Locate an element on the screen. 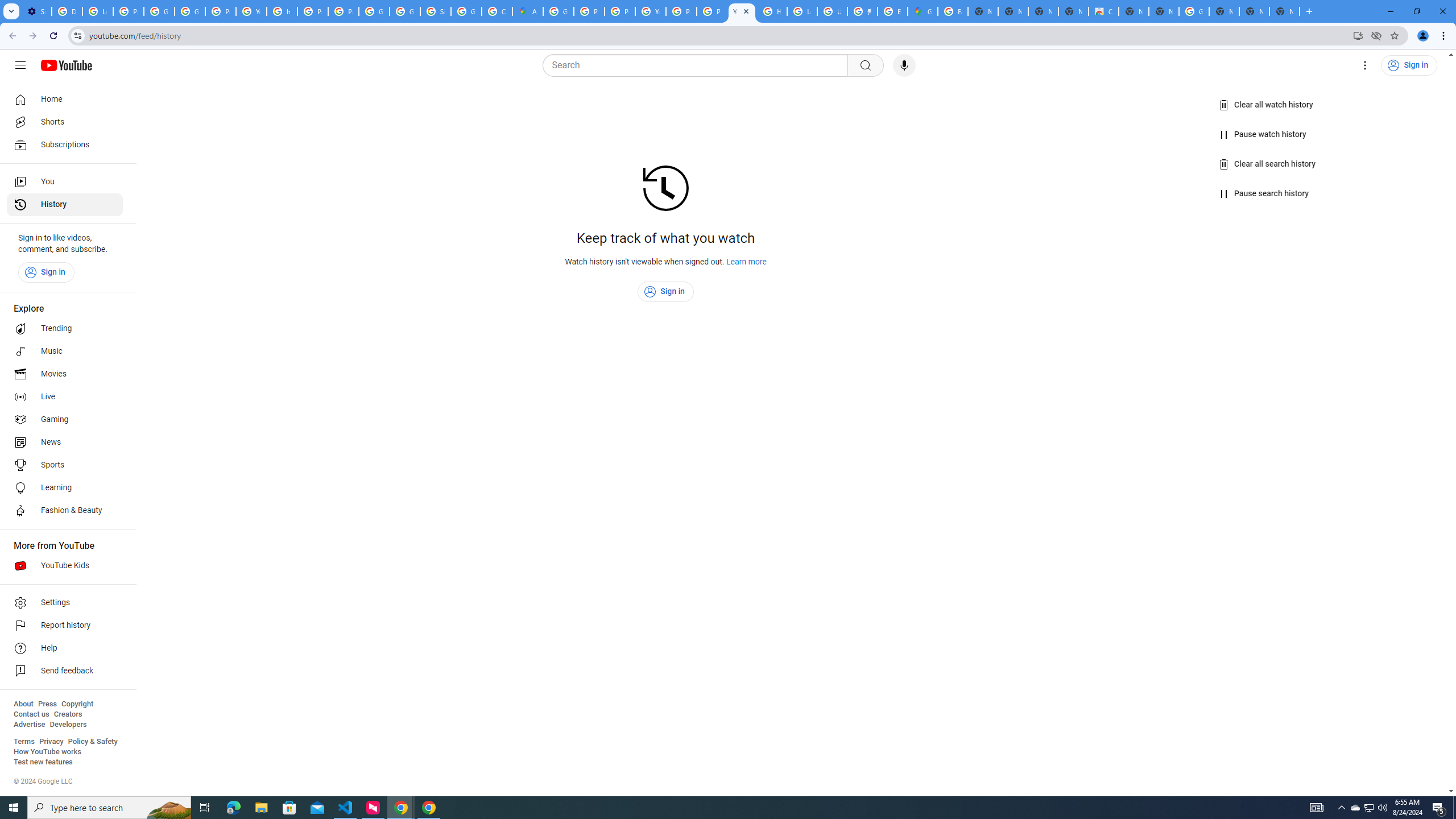 This screenshot has height=819, width=1456. 'Guide' is located at coordinates (19, 65).